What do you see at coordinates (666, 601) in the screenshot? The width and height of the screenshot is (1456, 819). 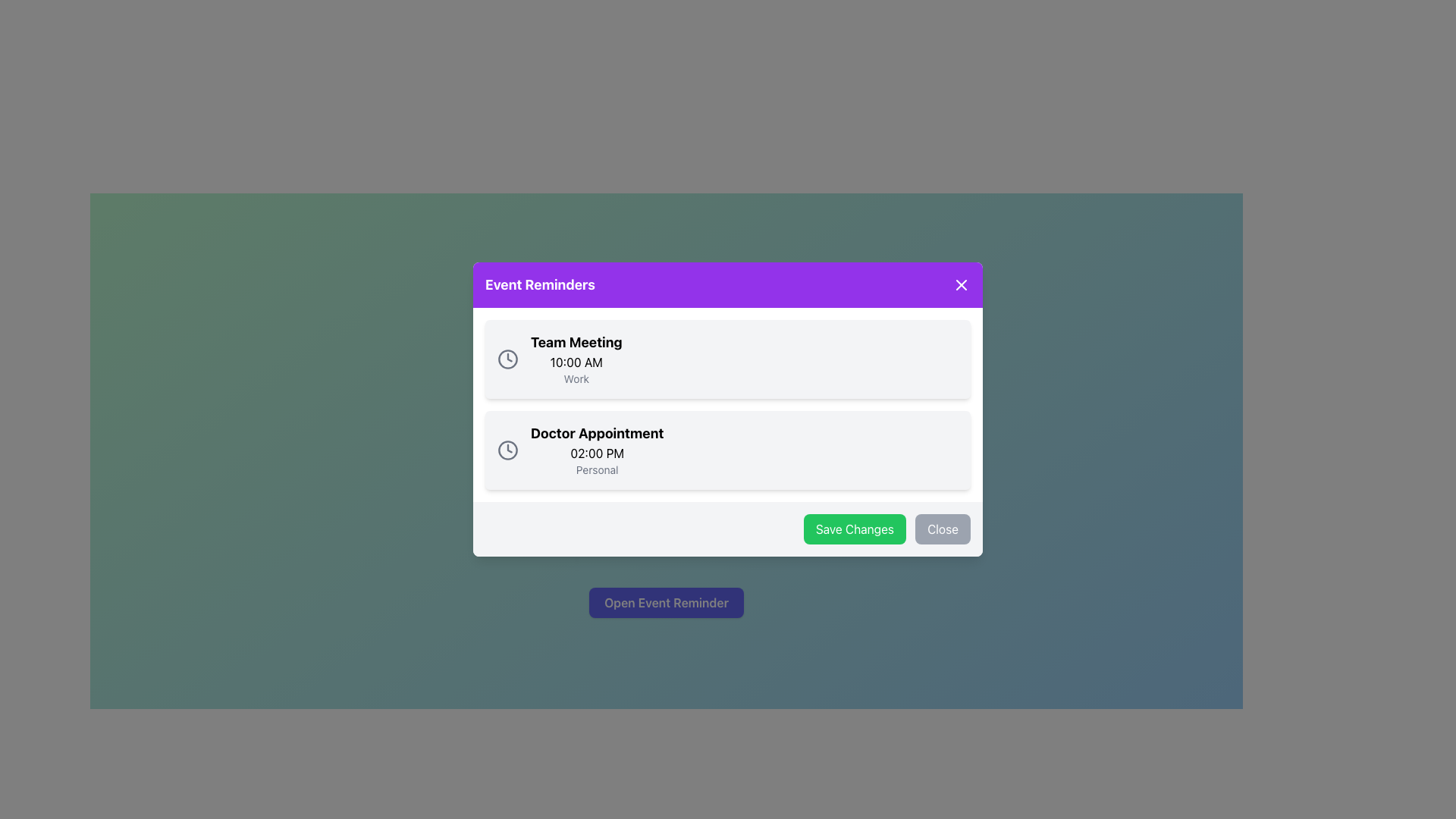 I see `the 'Open Event Reminder' button, which has a dark indigo background and white text, positioned centered horizontally near the bottom of the interface` at bounding box center [666, 601].